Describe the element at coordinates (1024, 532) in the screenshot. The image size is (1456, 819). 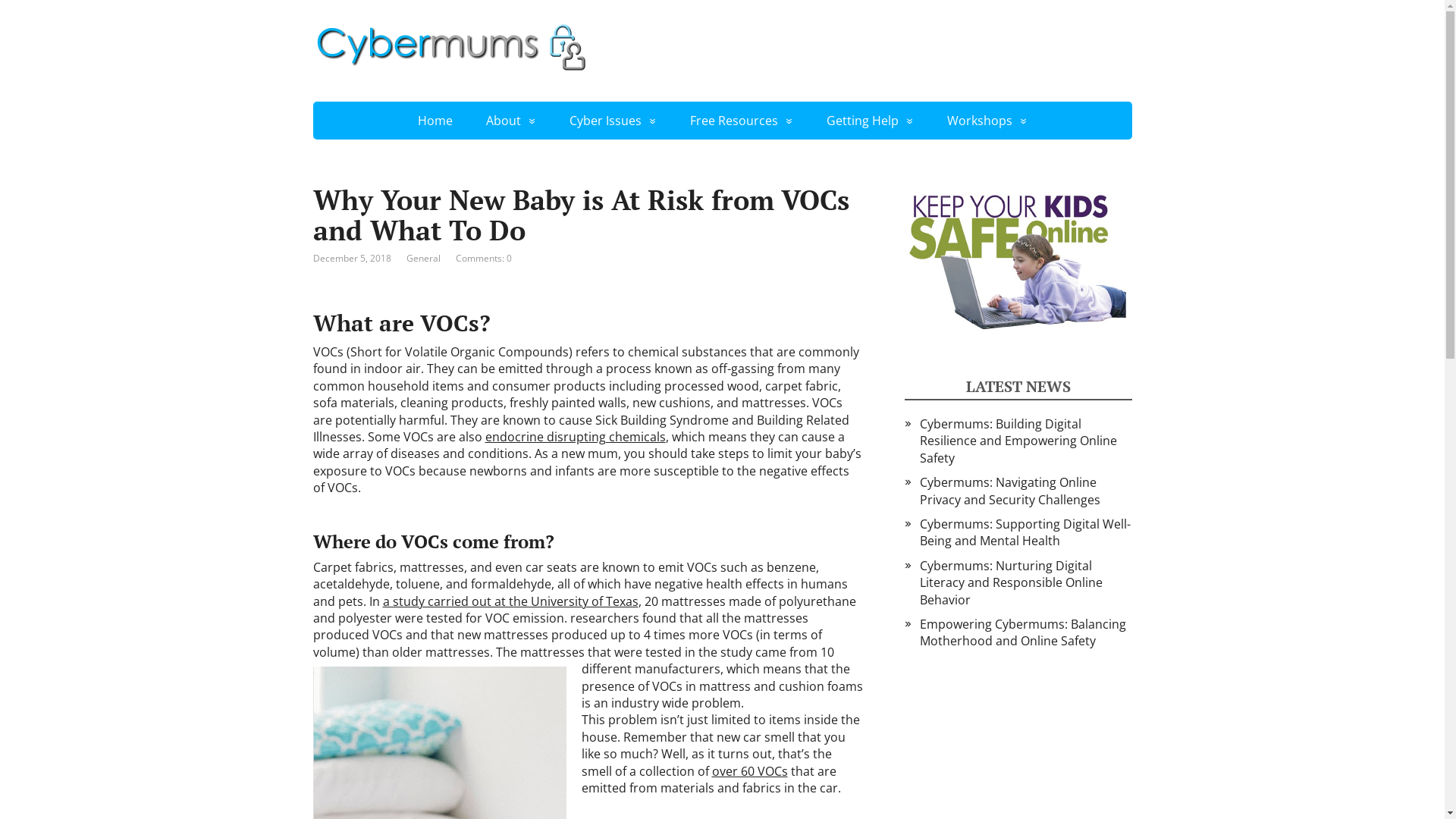
I see `'Cybermums: Supporting Digital Well-Being and Mental Health'` at that location.